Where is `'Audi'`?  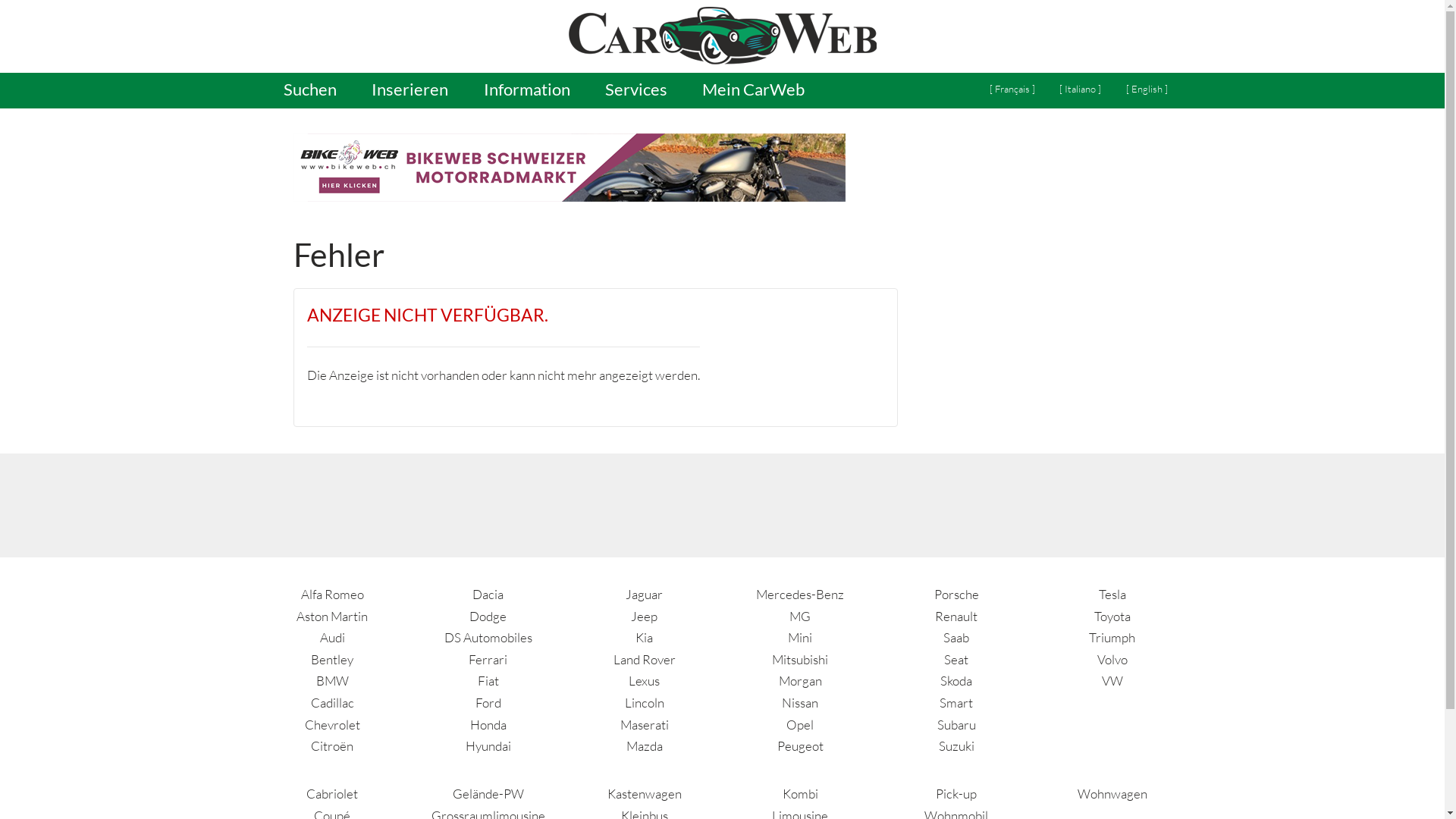 'Audi' is located at coordinates (331, 637).